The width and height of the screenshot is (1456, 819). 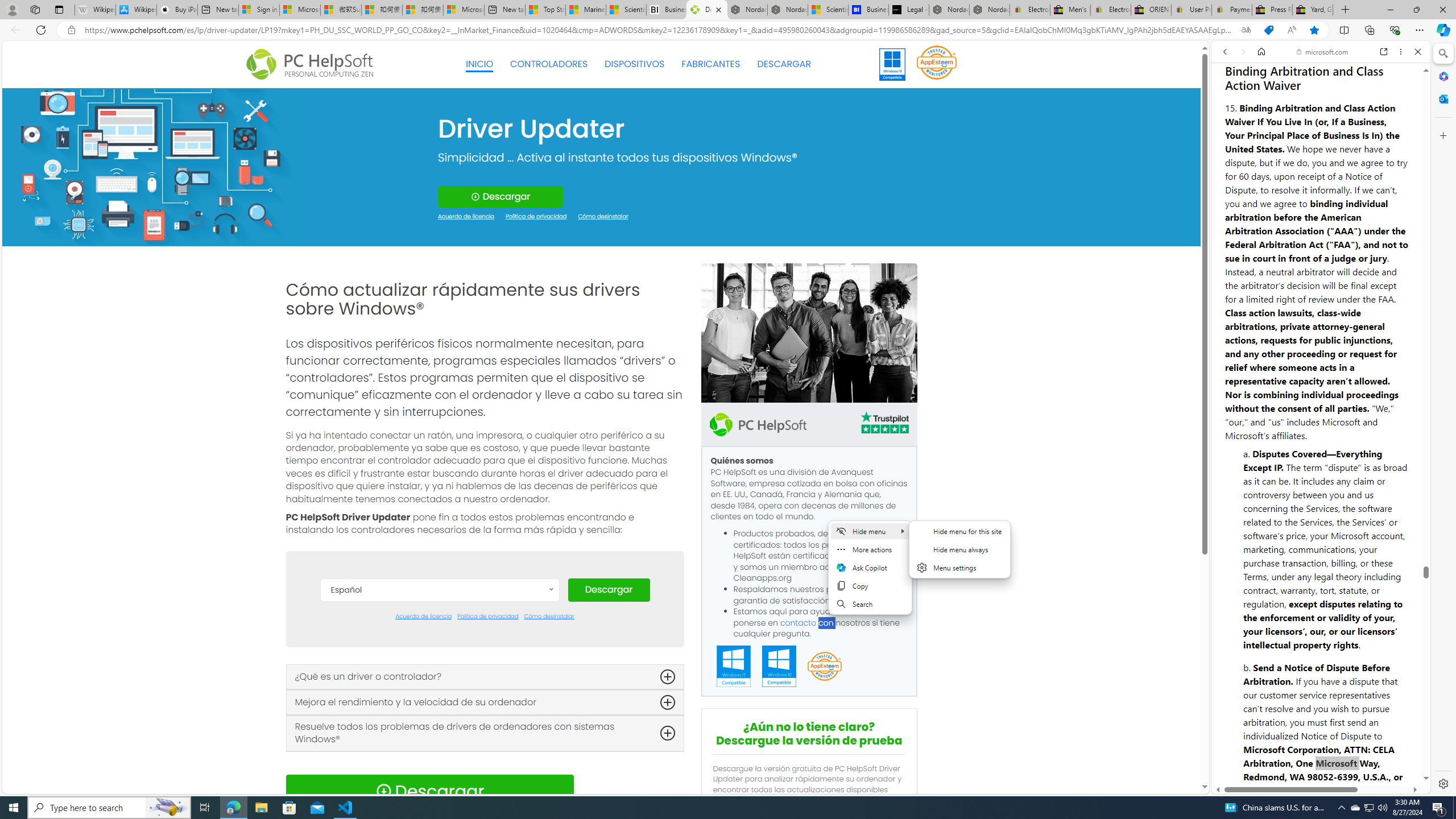 What do you see at coordinates (1442, 53) in the screenshot?
I see `'Minimize Search pane'` at bounding box center [1442, 53].